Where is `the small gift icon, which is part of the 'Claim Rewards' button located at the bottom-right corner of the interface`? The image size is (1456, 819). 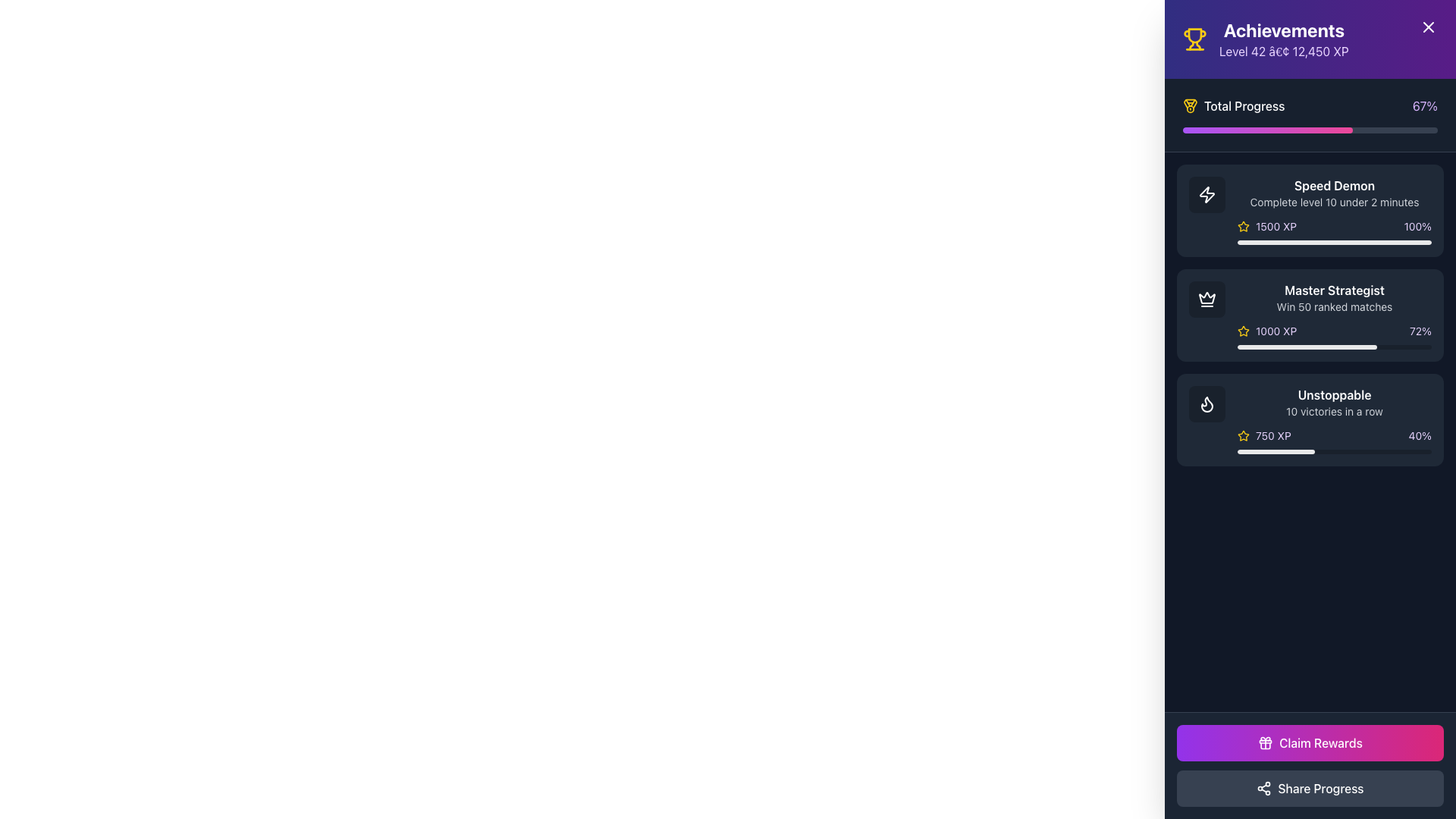 the small gift icon, which is part of the 'Claim Rewards' button located at the bottom-right corner of the interface is located at coordinates (1266, 742).